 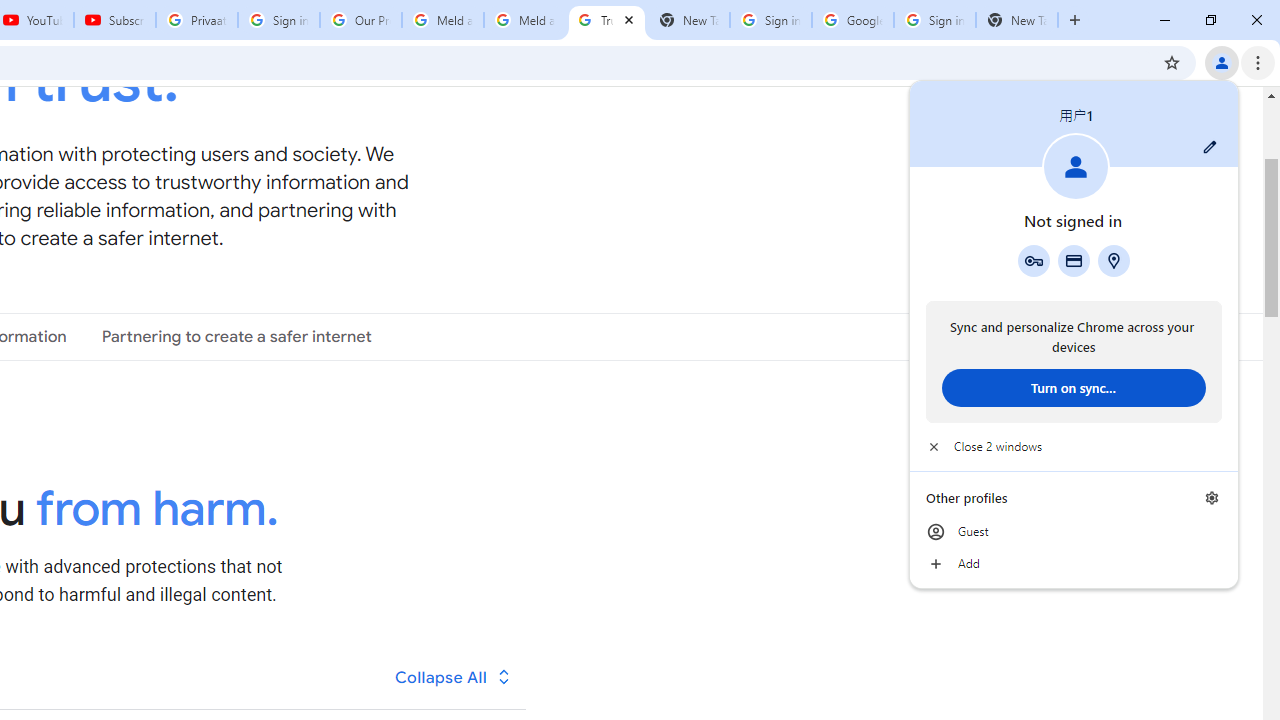 I want to click on 'Google Cybersecurity Innovations - Google Safety Center', so click(x=852, y=20).